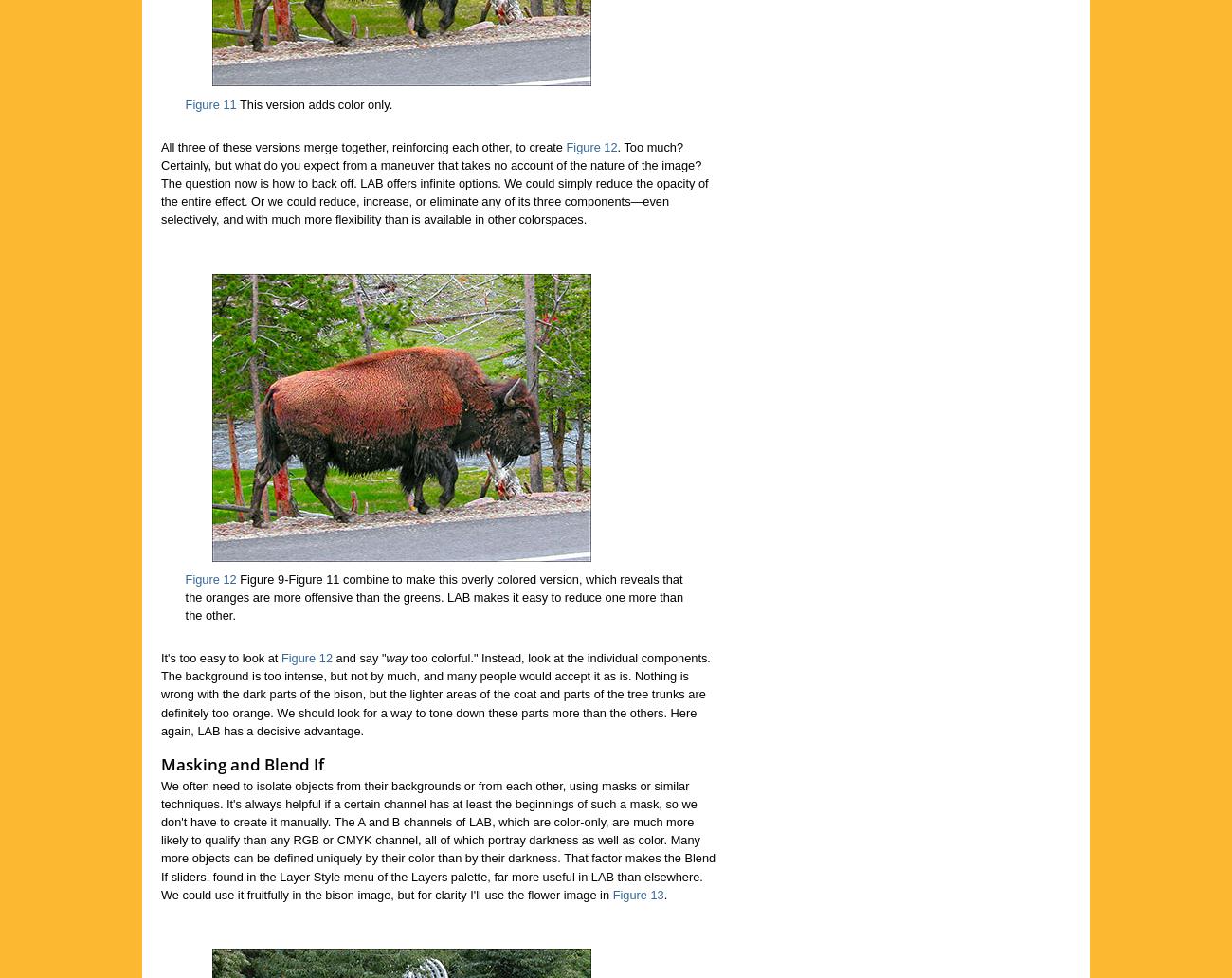  Describe the element at coordinates (664, 893) in the screenshot. I see `'.'` at that location.